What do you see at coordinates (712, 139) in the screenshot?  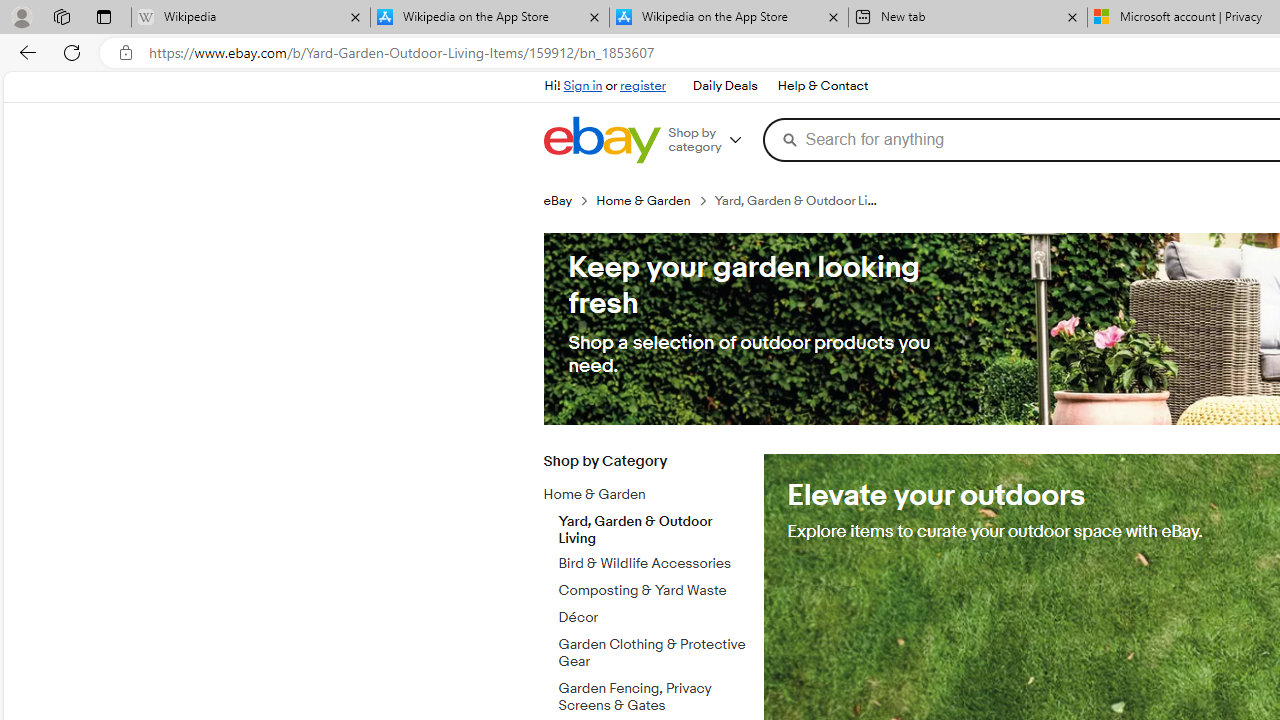 I see `'Shop by category'` at bounding box center [712, 139].